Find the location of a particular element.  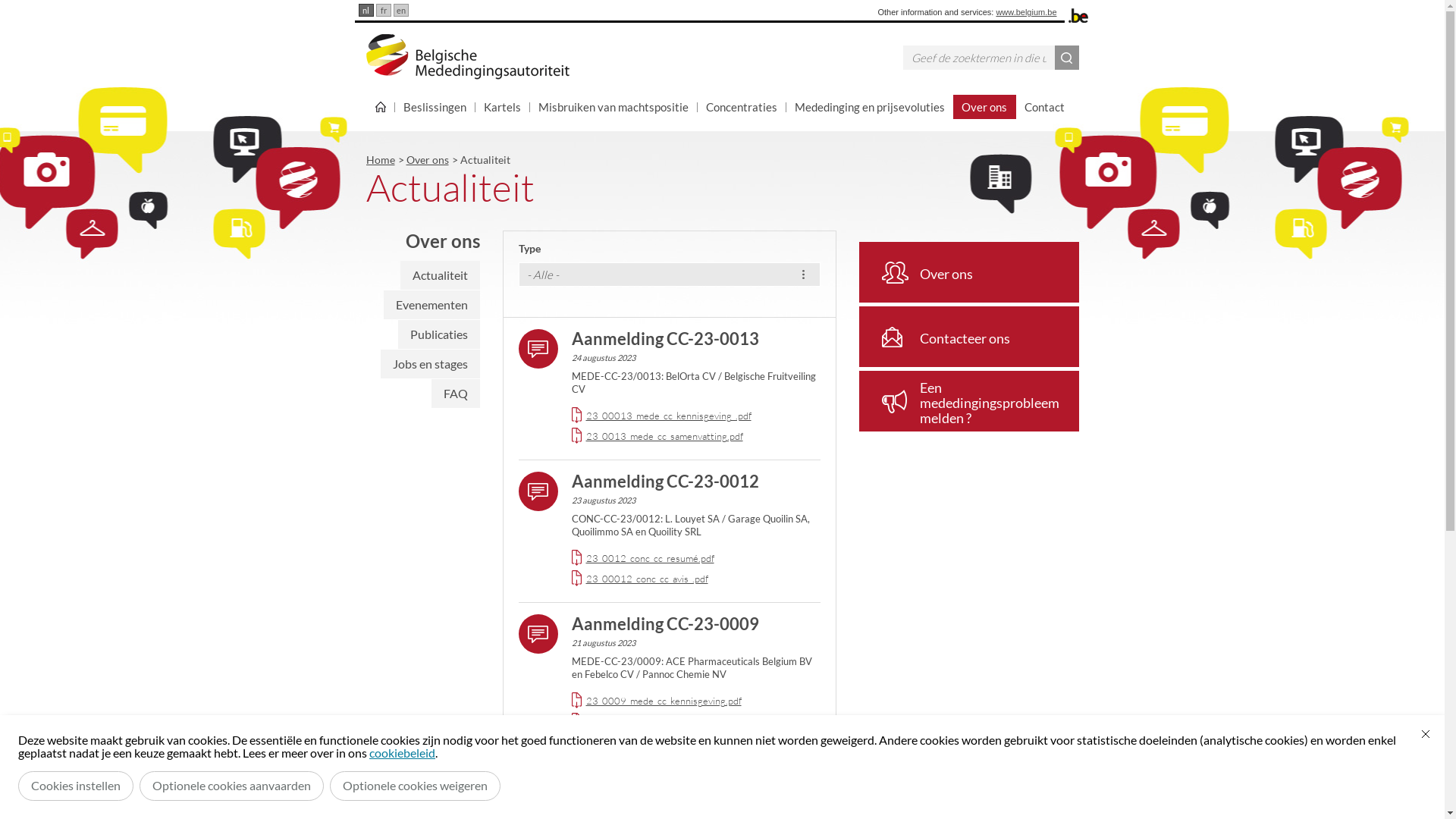

'Aanmelding CC-23-0012' is located at coordinates (665, 481).